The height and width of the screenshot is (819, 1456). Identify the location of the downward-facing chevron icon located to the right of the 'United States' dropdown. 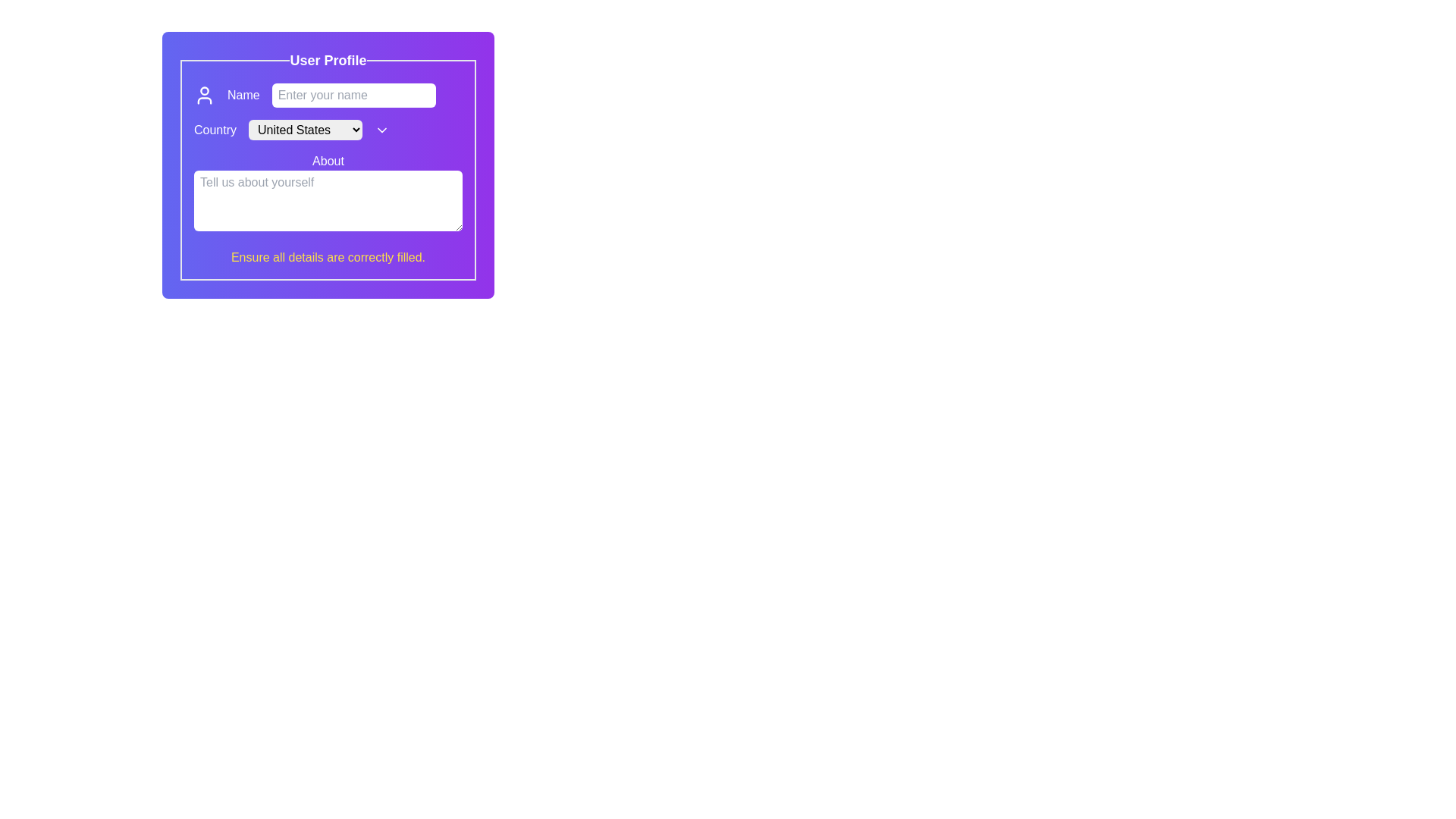
(382, 129).